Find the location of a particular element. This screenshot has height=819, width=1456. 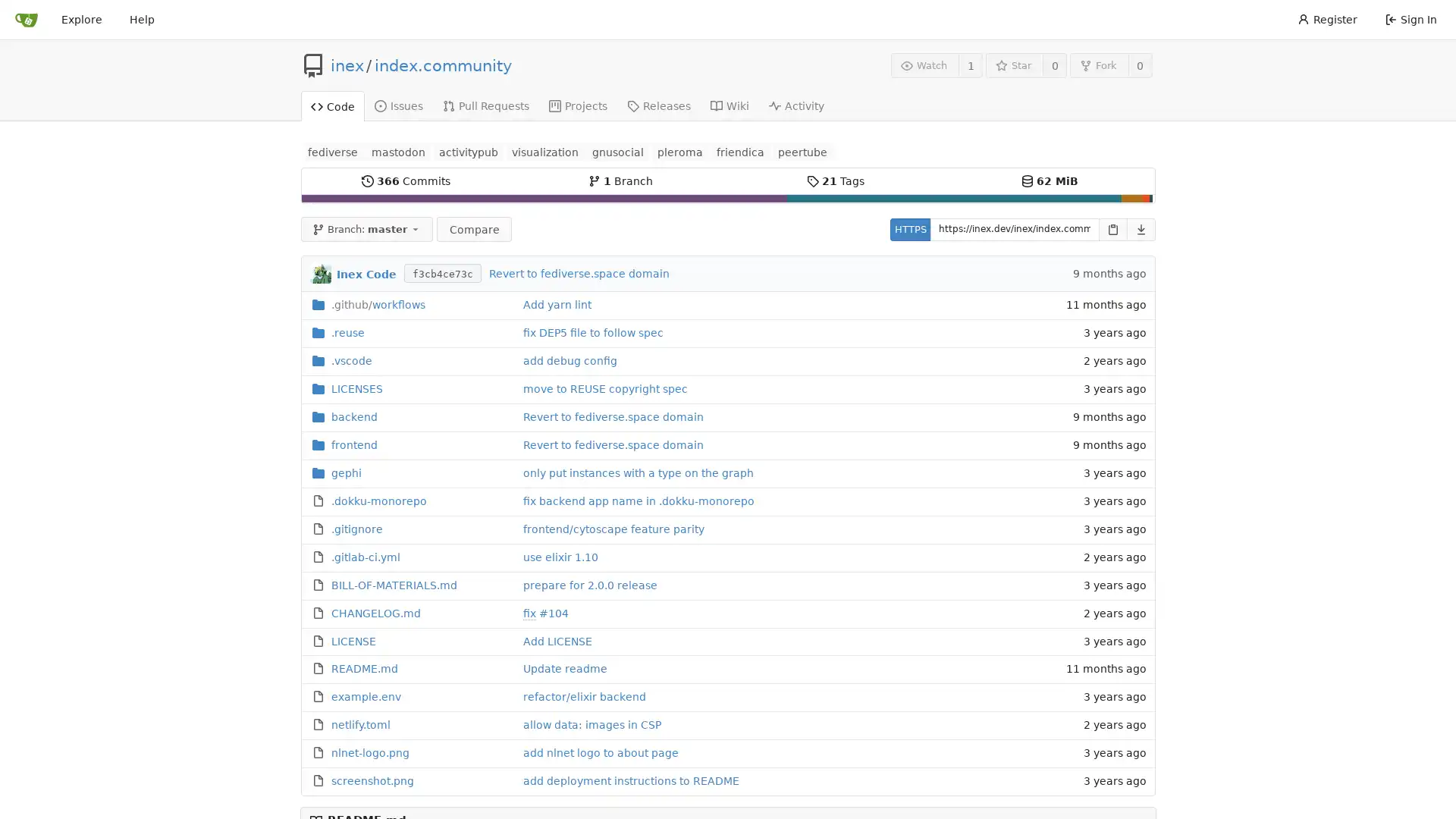

HTTPS is located at coordinates (909, 228).